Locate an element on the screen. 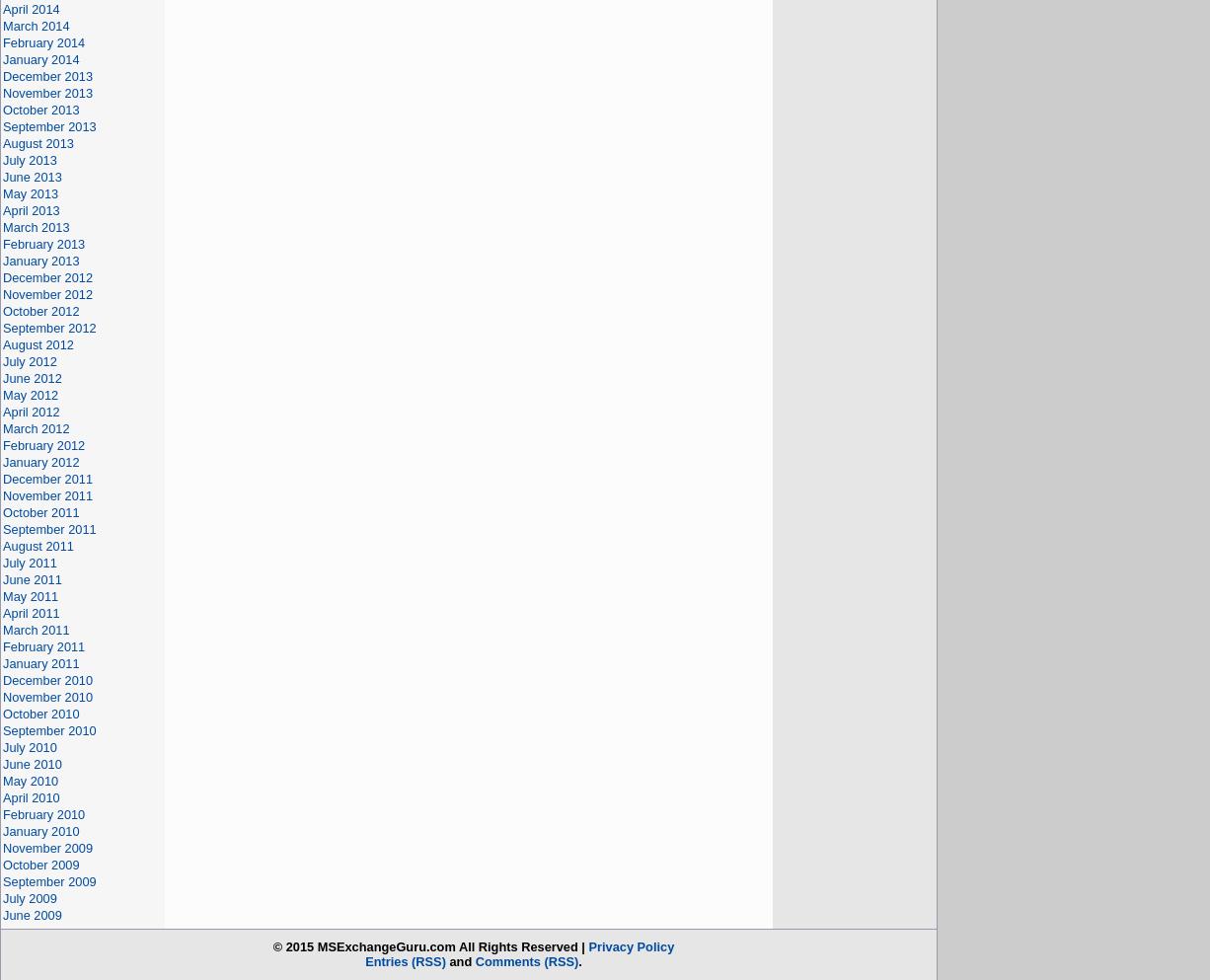  'April 2014' is located at coordinates (31, 8).